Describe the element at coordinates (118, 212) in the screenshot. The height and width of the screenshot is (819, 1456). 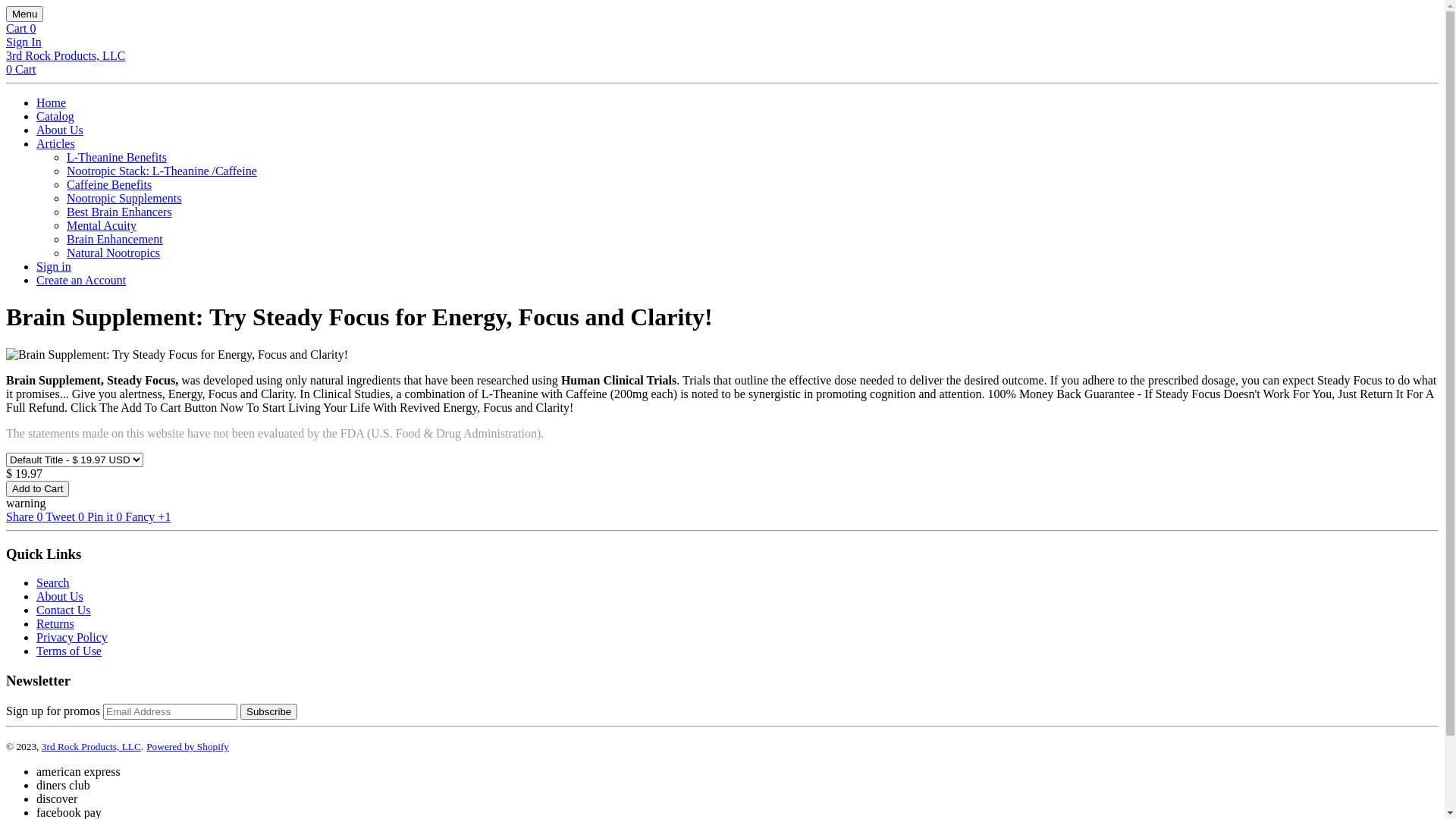
I see `'Best Brain Enhancers'` at that location.